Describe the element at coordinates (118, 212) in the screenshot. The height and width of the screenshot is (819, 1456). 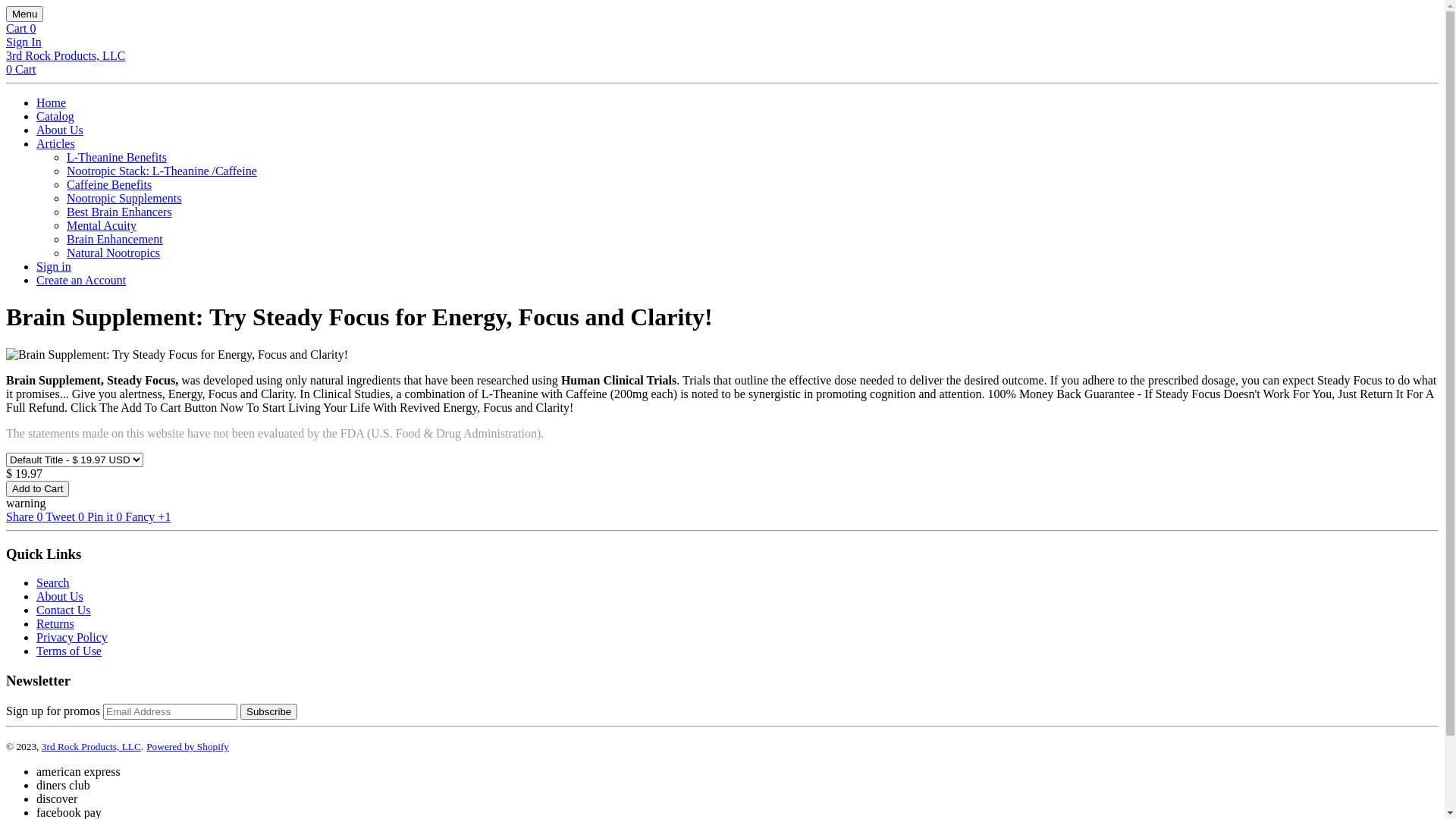
I see `'Best Brain Enhancers'` at that location.